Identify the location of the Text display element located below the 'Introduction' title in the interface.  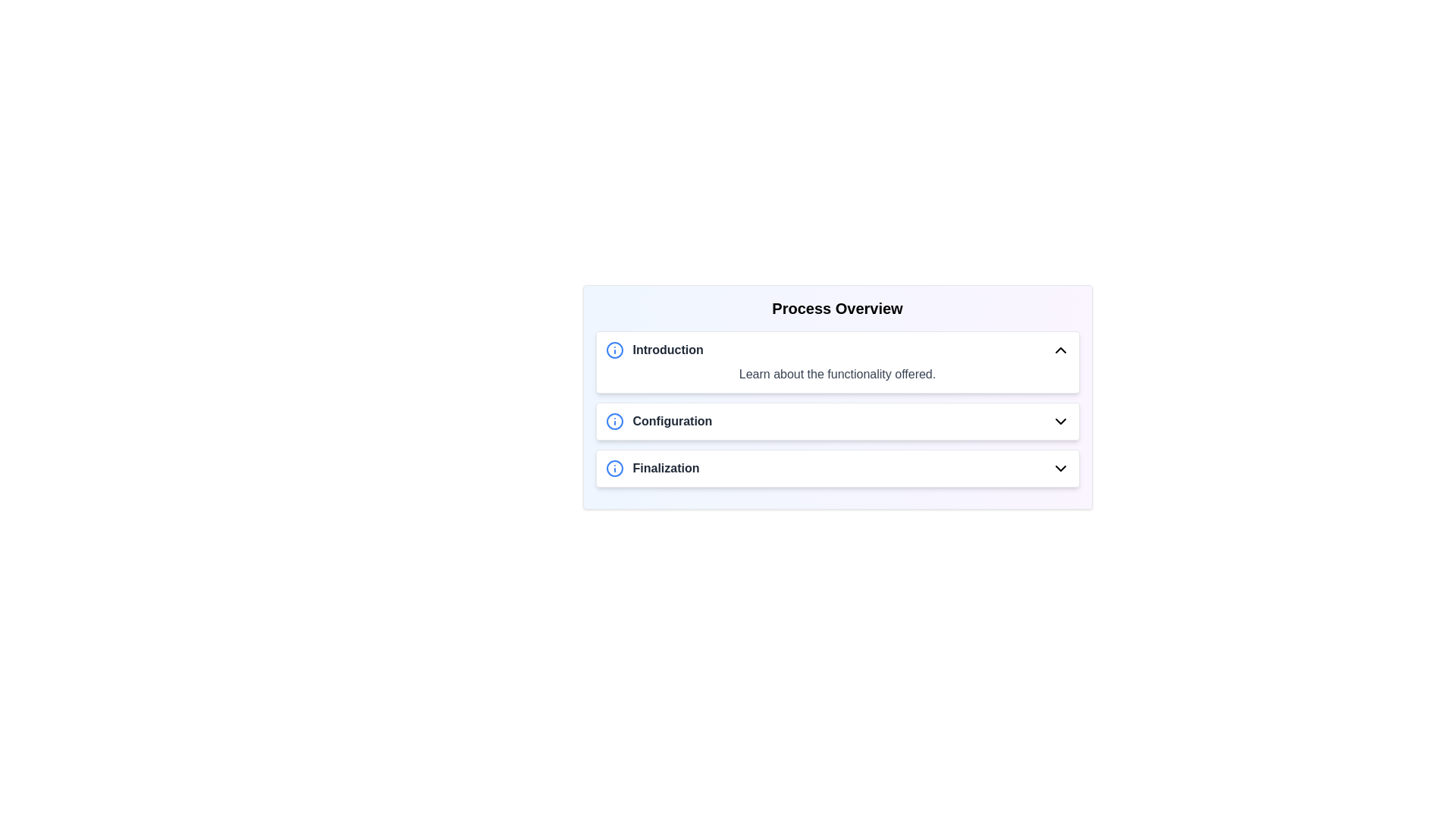
(836, 374).